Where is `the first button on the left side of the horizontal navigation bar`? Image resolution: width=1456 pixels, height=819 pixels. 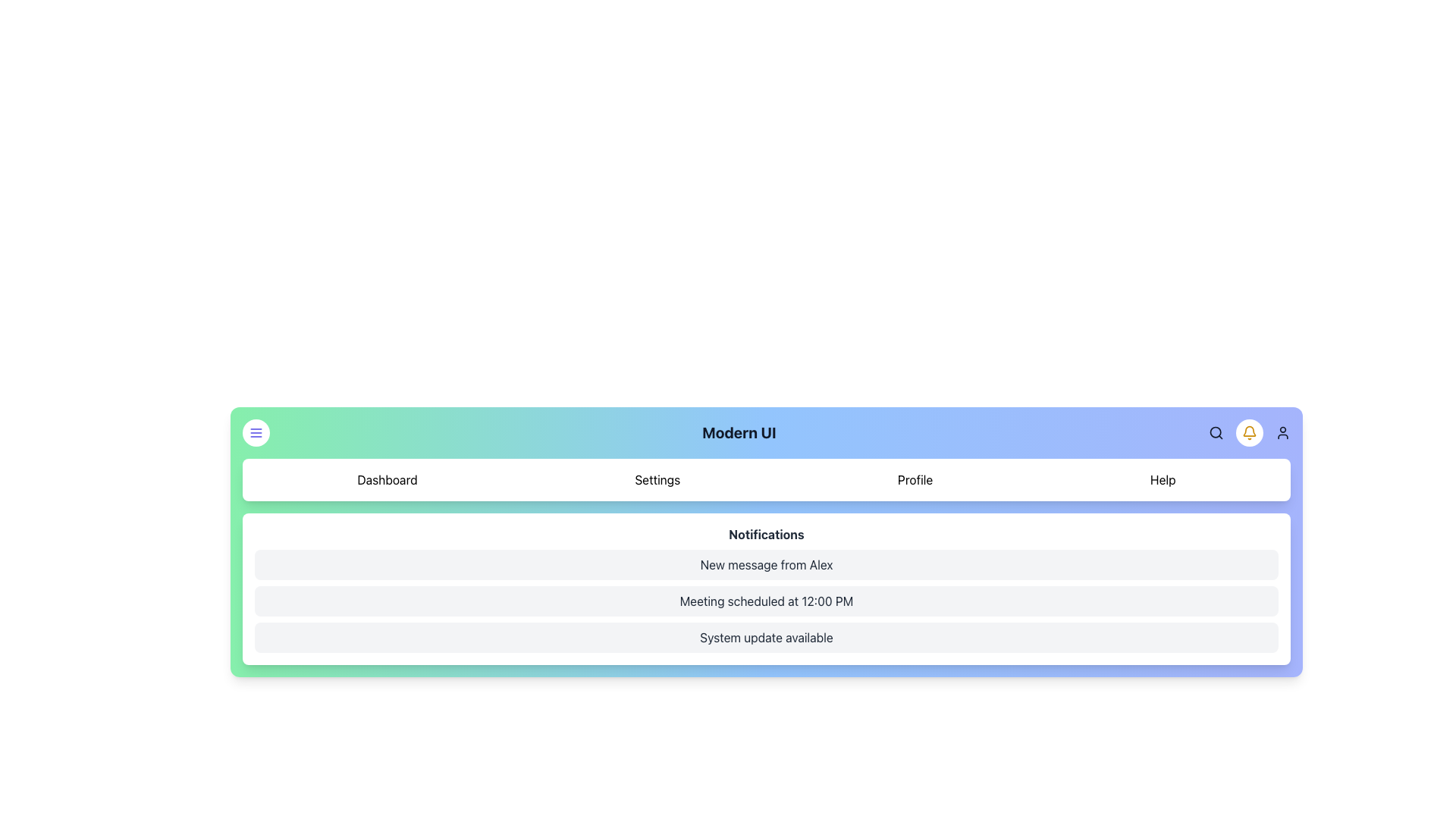 the first button on the left side of the horizontal navigation bar is located at coordinates (256, 432).